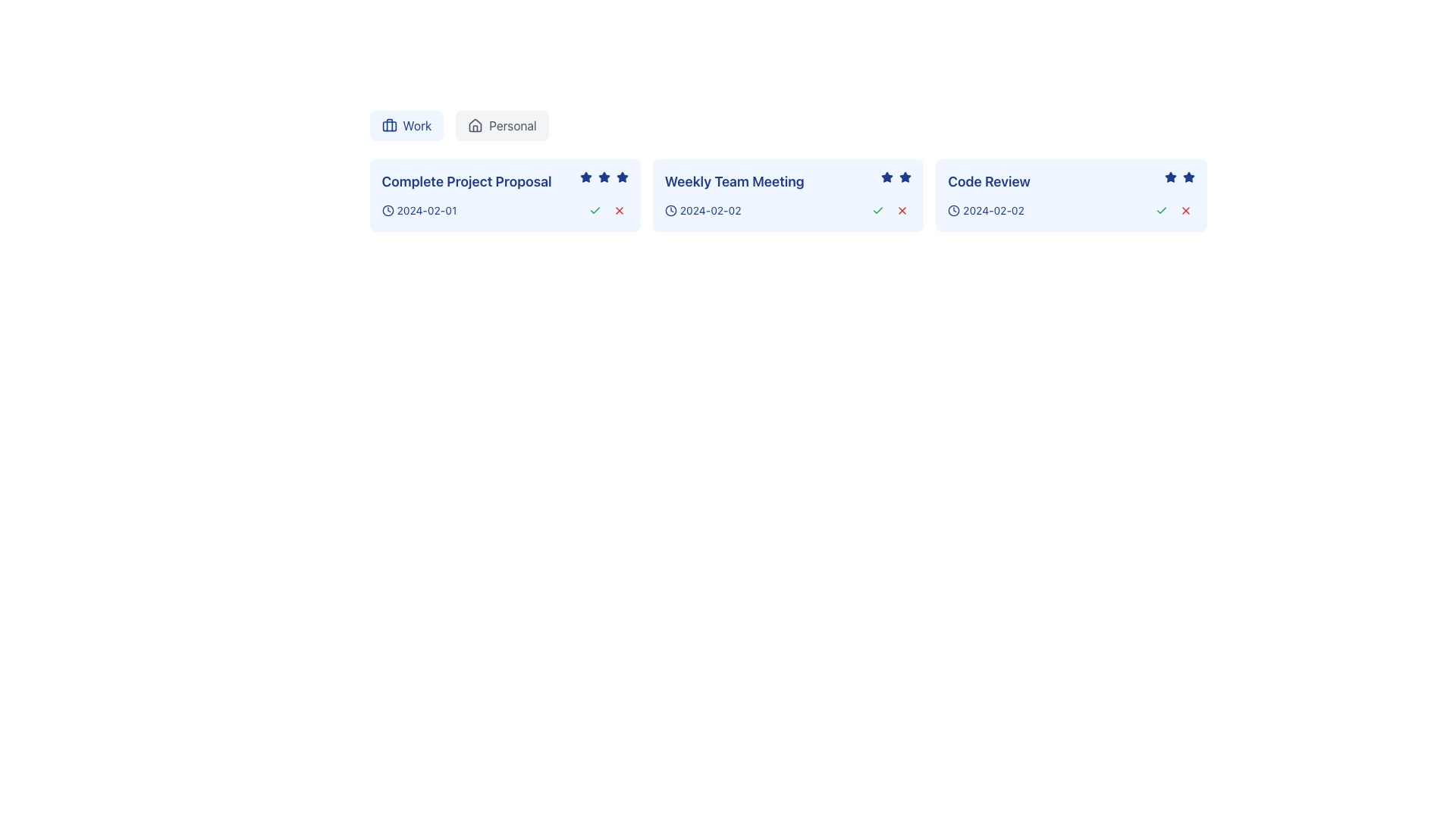 The image size is (1456, 819). What do you see at coordinates (603, 177) in the screenshot?
I see `the third star-shaped icon in the group of five` at bounding box center [603, 177].